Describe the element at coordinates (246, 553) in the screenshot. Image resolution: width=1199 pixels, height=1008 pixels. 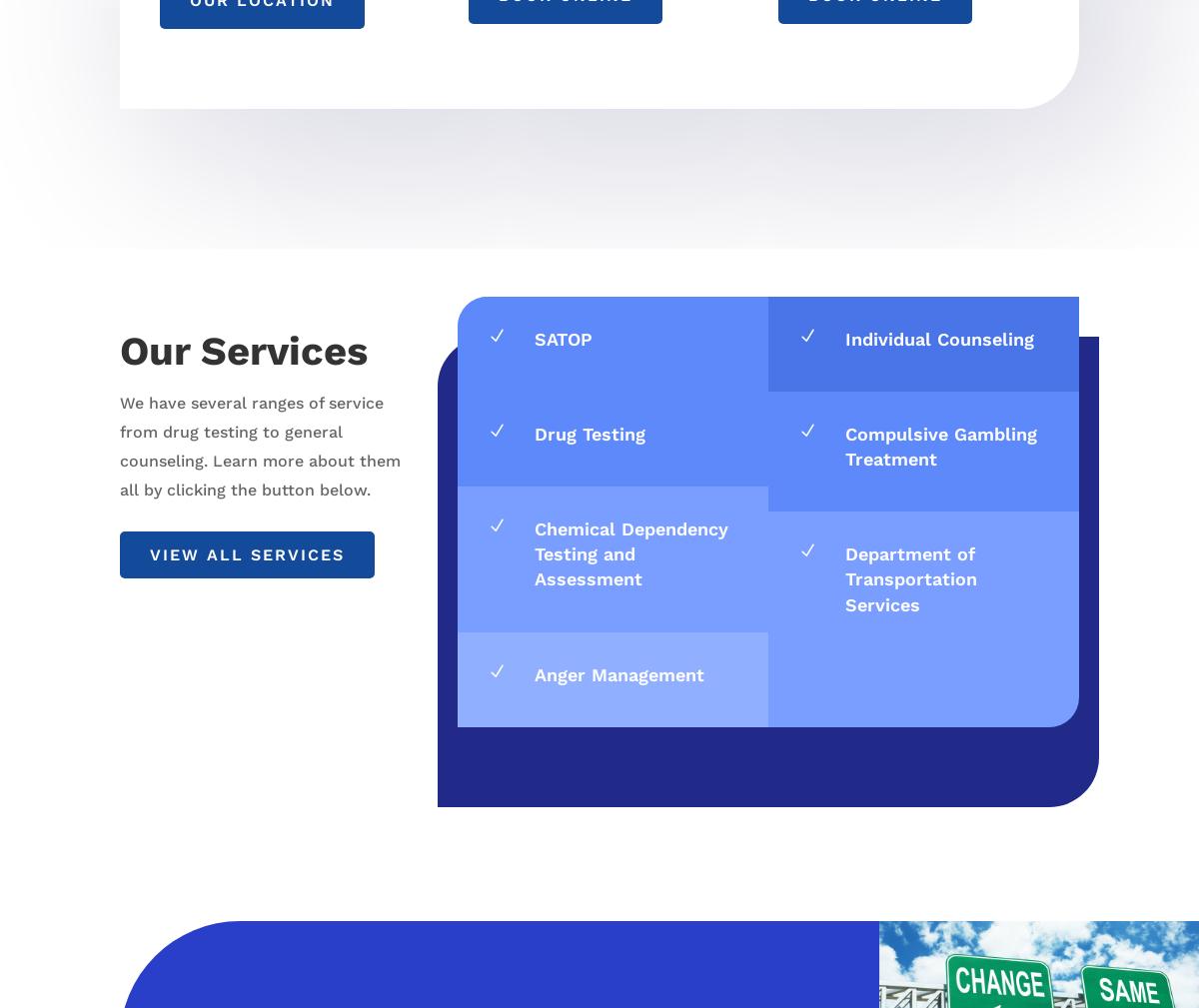
I see `'View All Services'` at that location.